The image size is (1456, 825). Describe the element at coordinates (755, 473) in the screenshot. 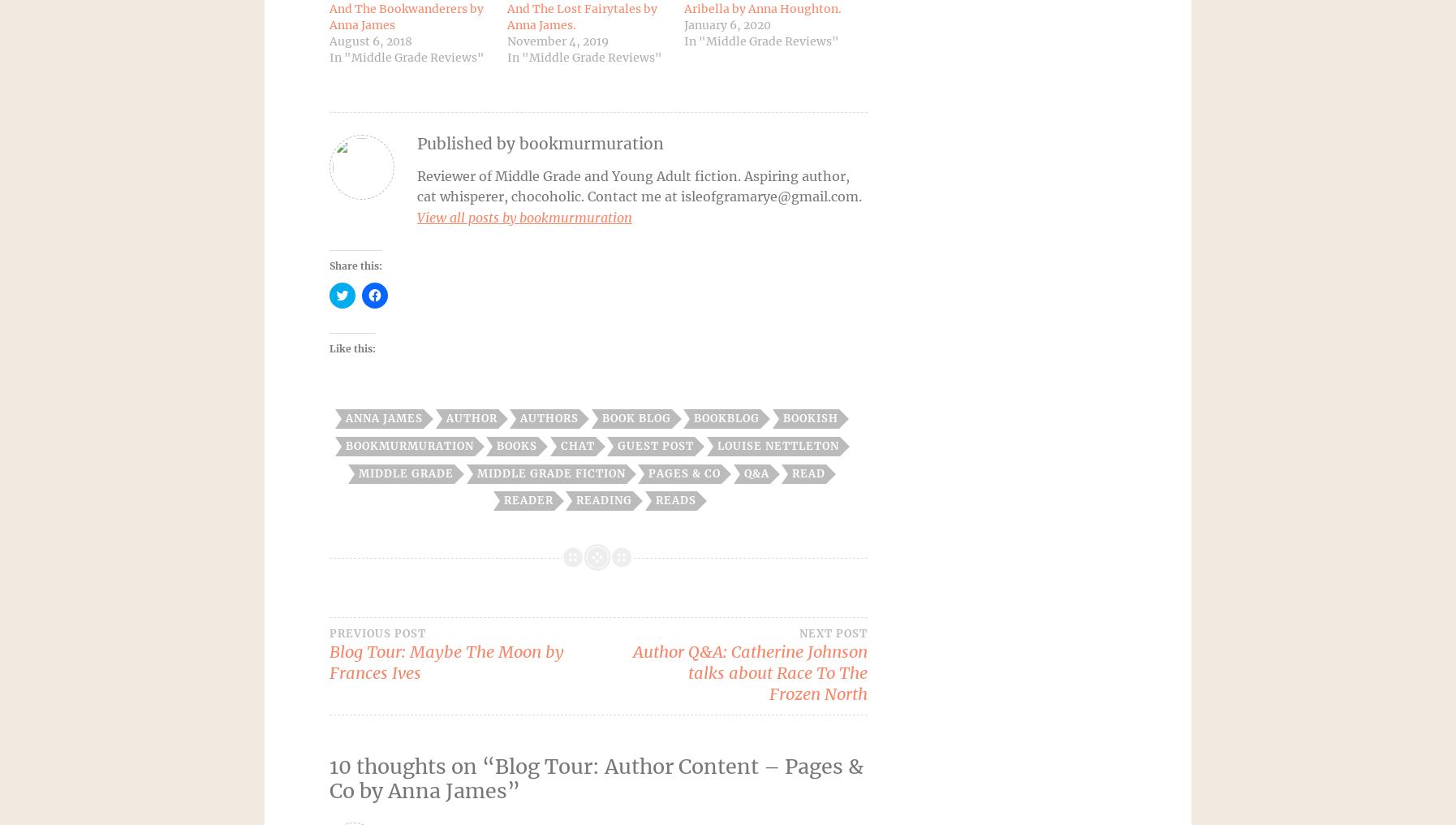

I see `'Q&A'` at that location.